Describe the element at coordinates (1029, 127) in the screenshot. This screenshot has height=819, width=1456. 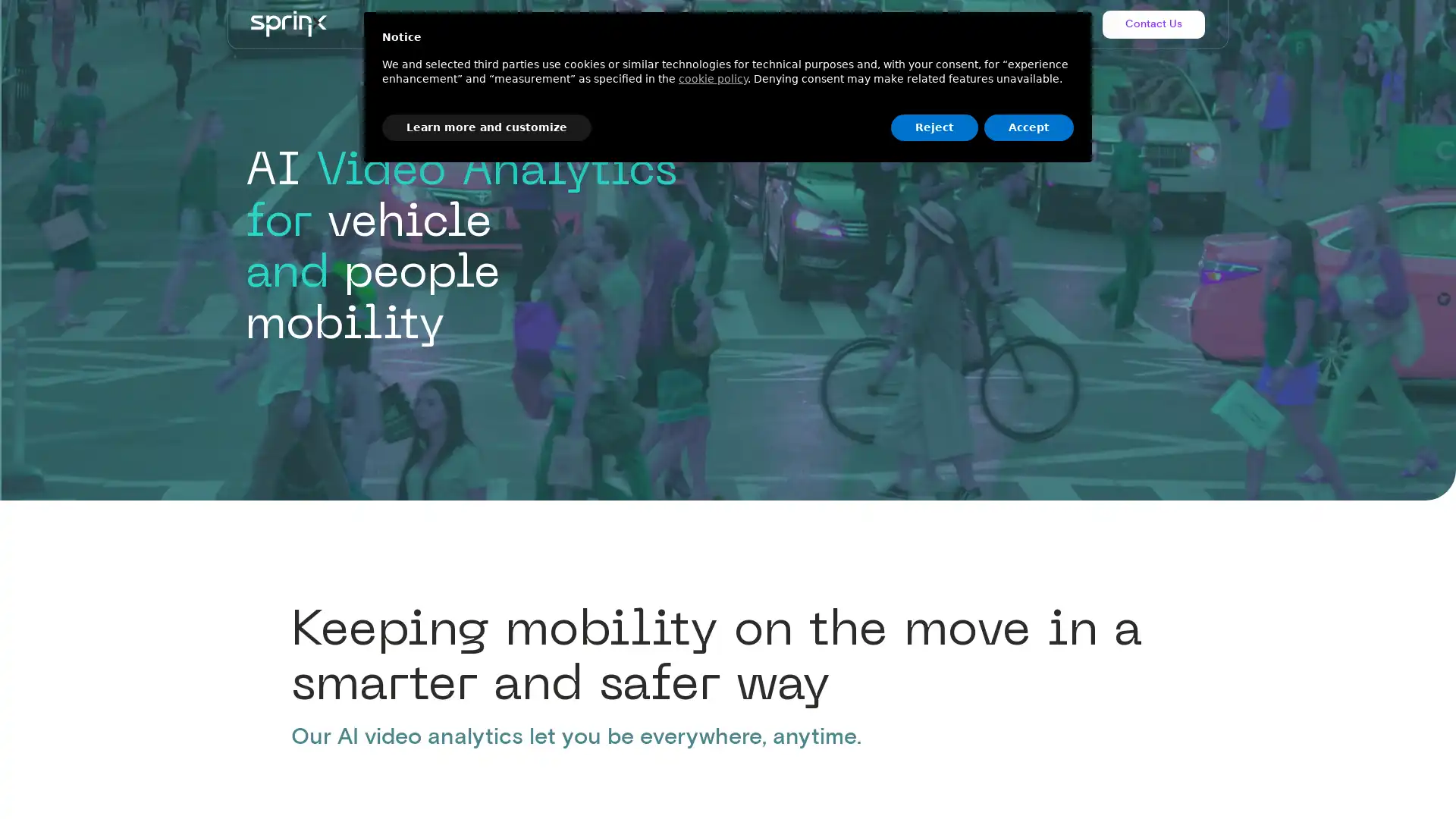
I see `Accept` at that location.